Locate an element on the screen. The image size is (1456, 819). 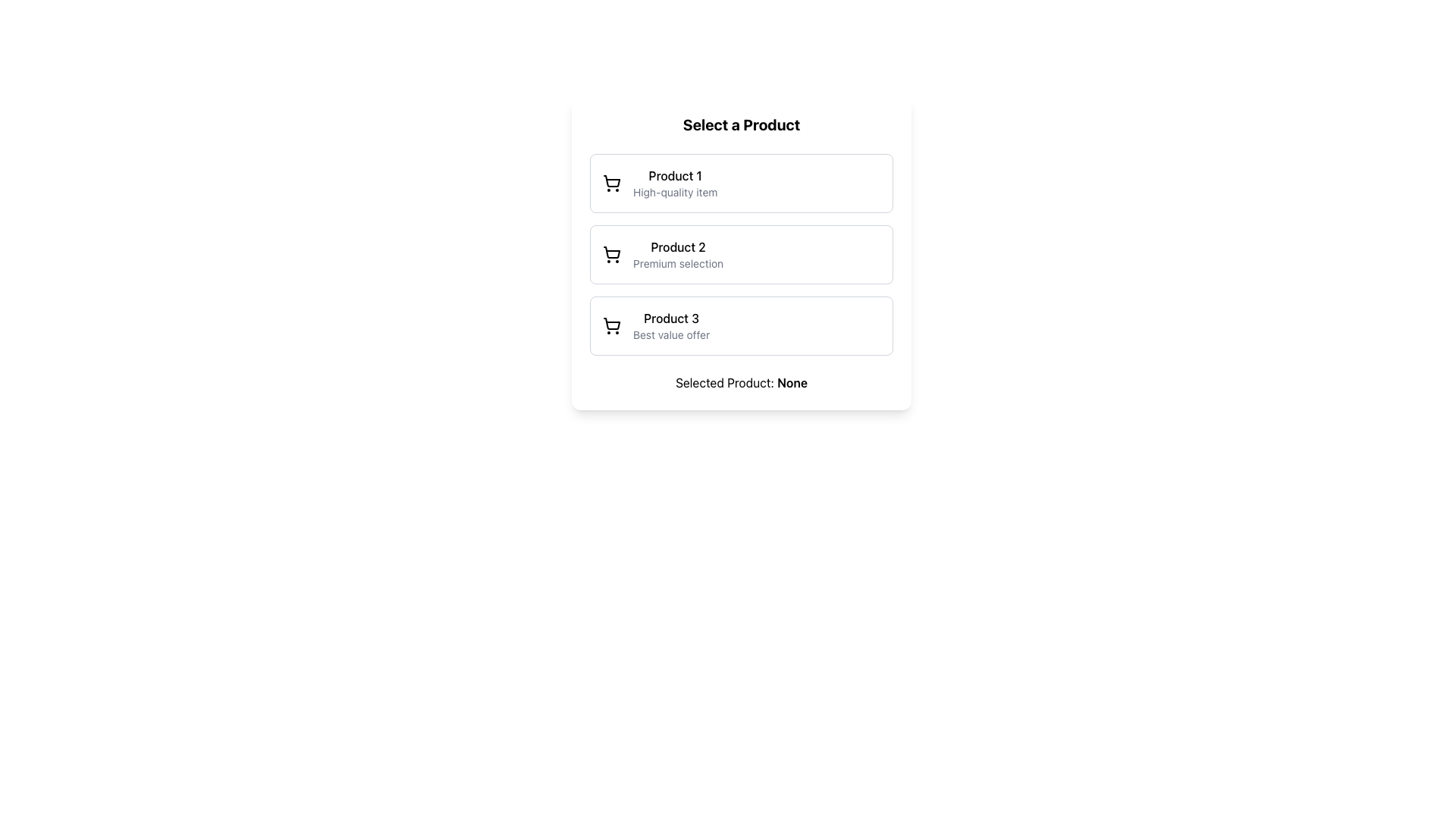
the text label displaying 'Premium selection', located beneath the title 'Product 2' in the second section of the card layout is located at coordinates (677, 262).